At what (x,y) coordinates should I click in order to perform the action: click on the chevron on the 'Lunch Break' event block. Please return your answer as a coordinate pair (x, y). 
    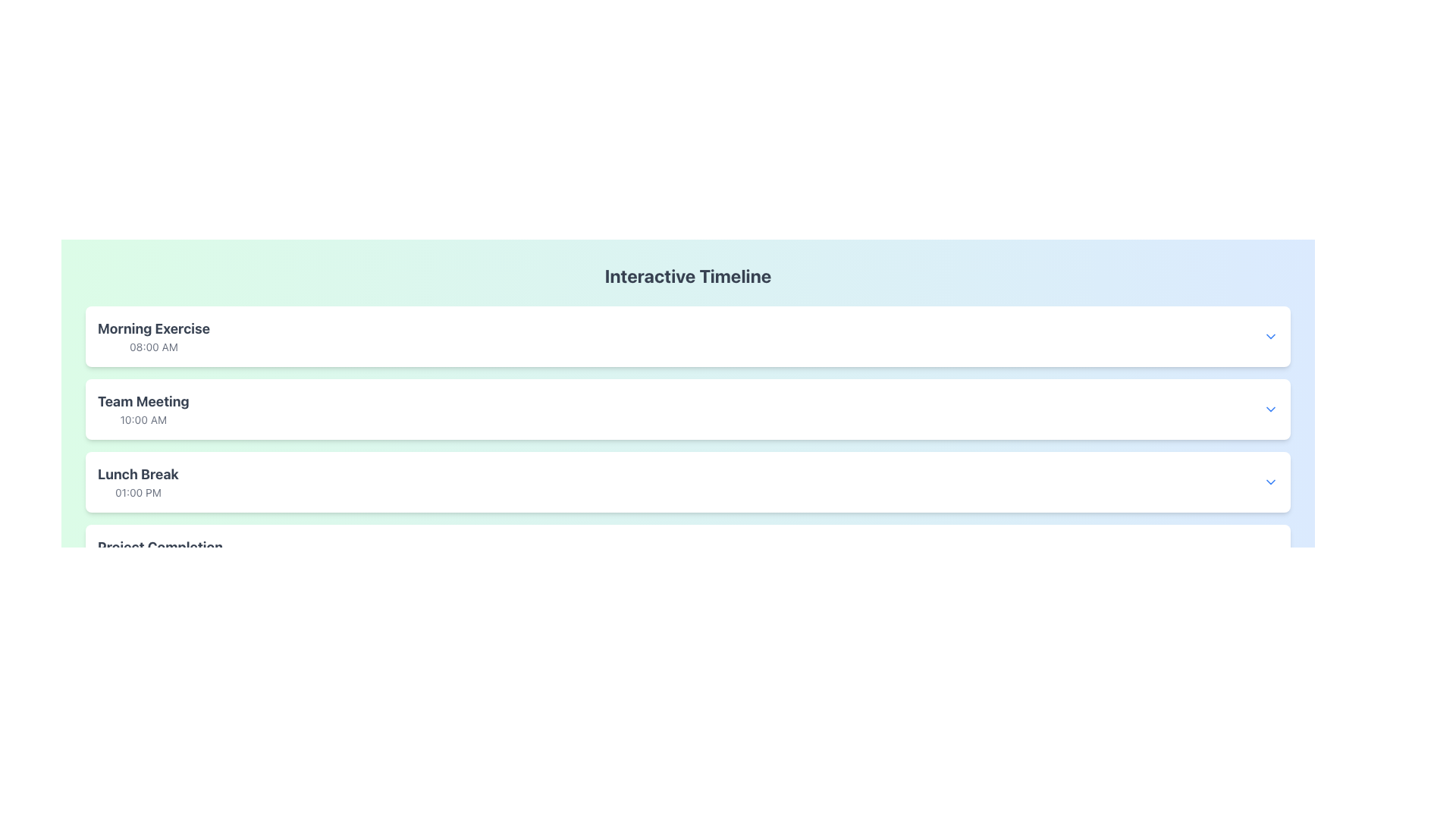
    Looking at the image, I should click on (687, 482).